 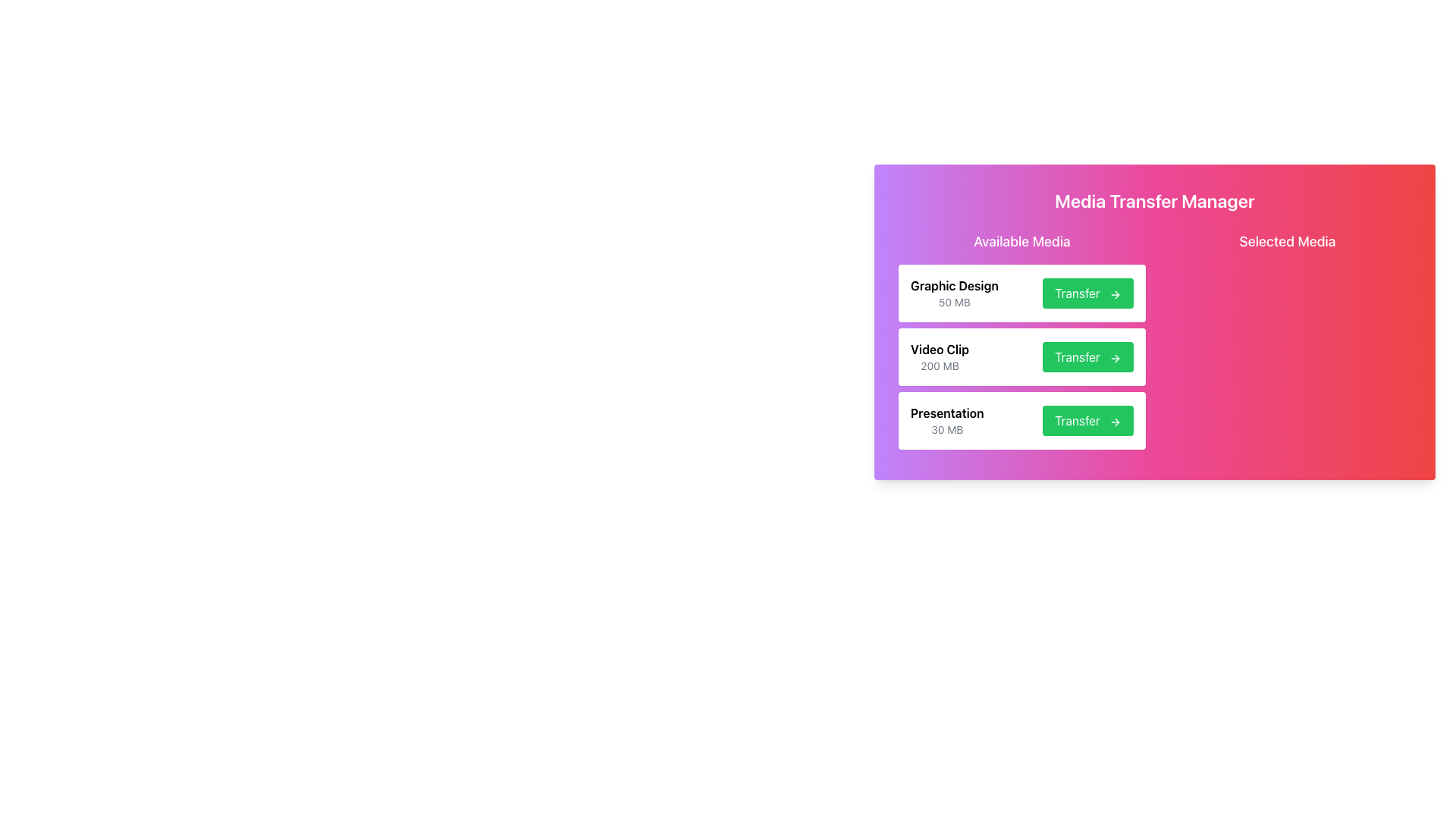 I want to click on the 'Selected Media' text label, which is displayed in white bold font on a red gradient bar located at the top-right of the interface, so click(x=1287, y=241).